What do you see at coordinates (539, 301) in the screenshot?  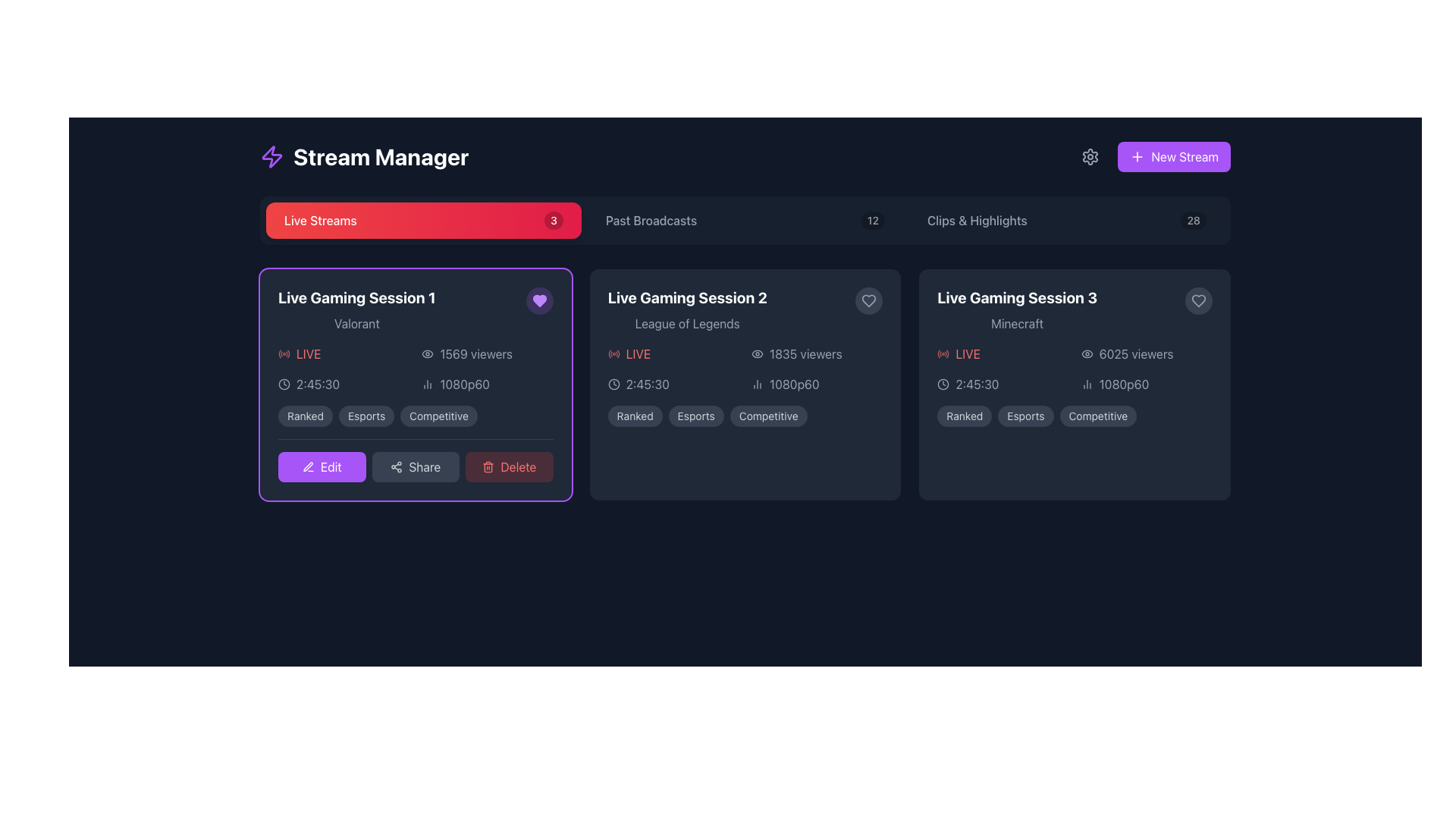 I see `the 'like' button located in the top-right corner of the 'Live Gaming Session 1' card` at bounding box center [539, 301].